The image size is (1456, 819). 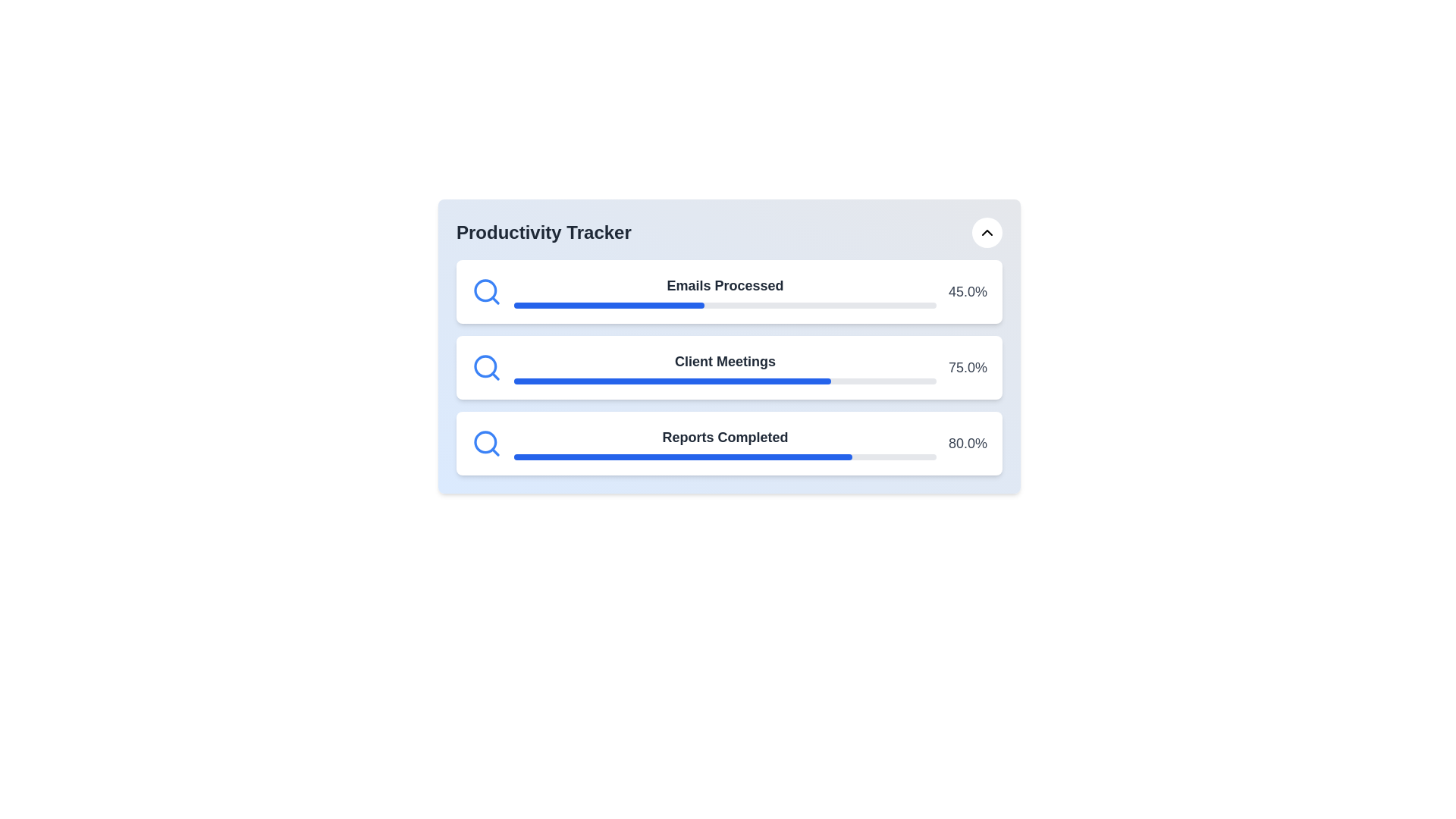 What do you see at coordinates (671, 380) in the screenshot?
I see `the blue progress bar segment representing 75% completion in the 'Client Meetings' section of the productivity tracker` at bounding box center [671, 380].